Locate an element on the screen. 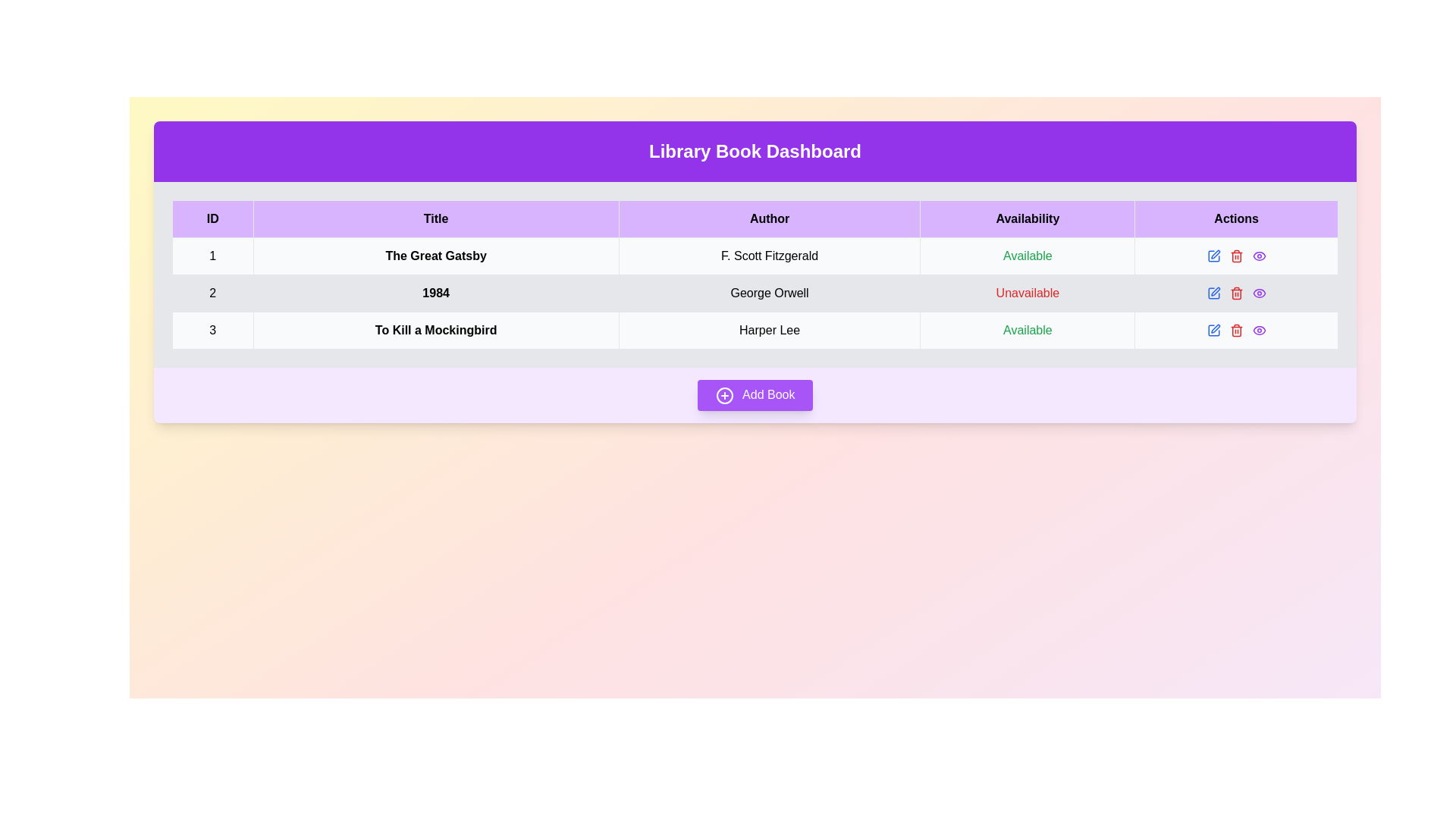  the text element containing 'The Great Gatsby', which is styled in bold and located in the second column of the first row of a table is located at coordinates (435, 256).